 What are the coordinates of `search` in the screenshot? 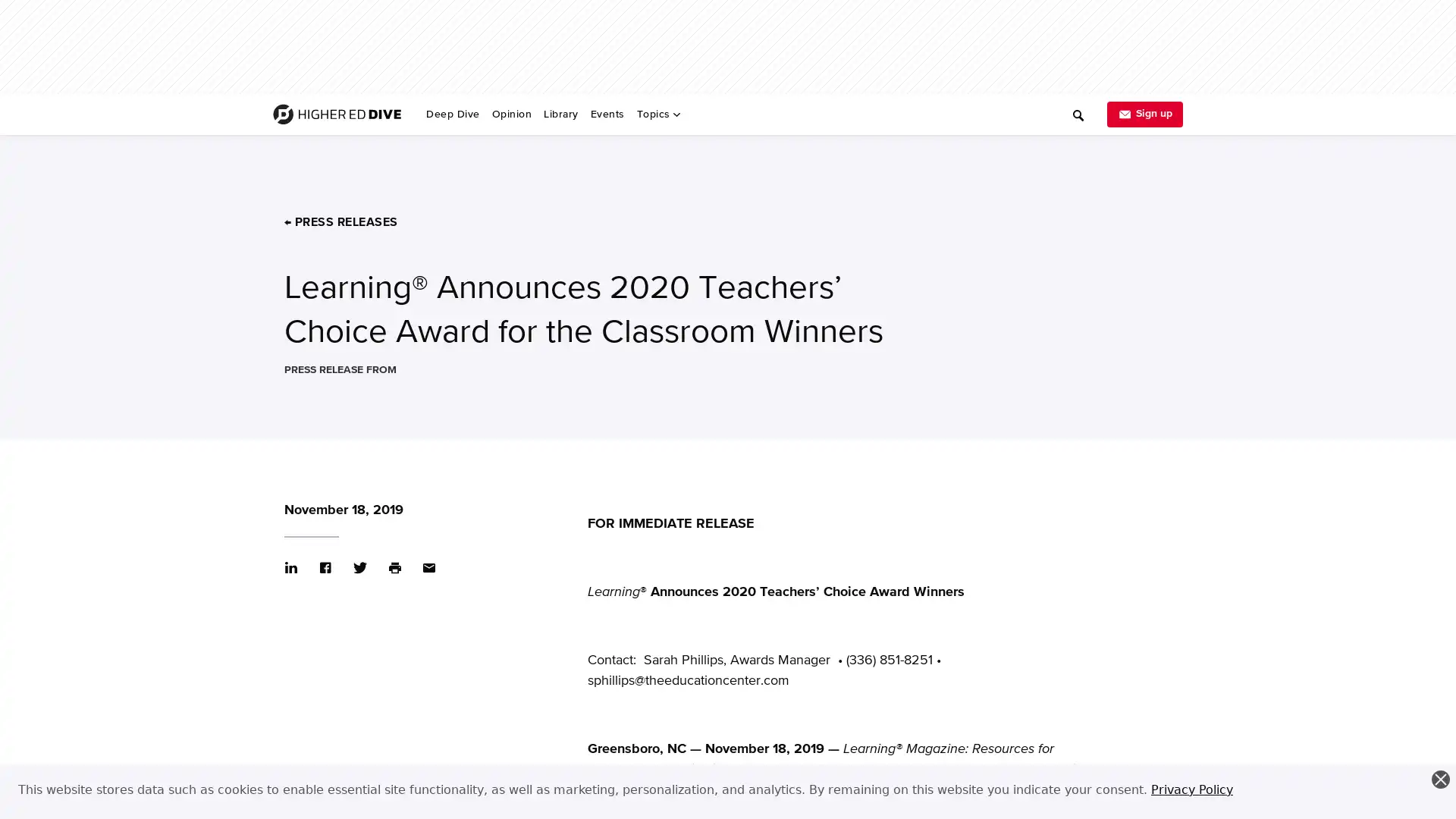 It's located at (843, 108).